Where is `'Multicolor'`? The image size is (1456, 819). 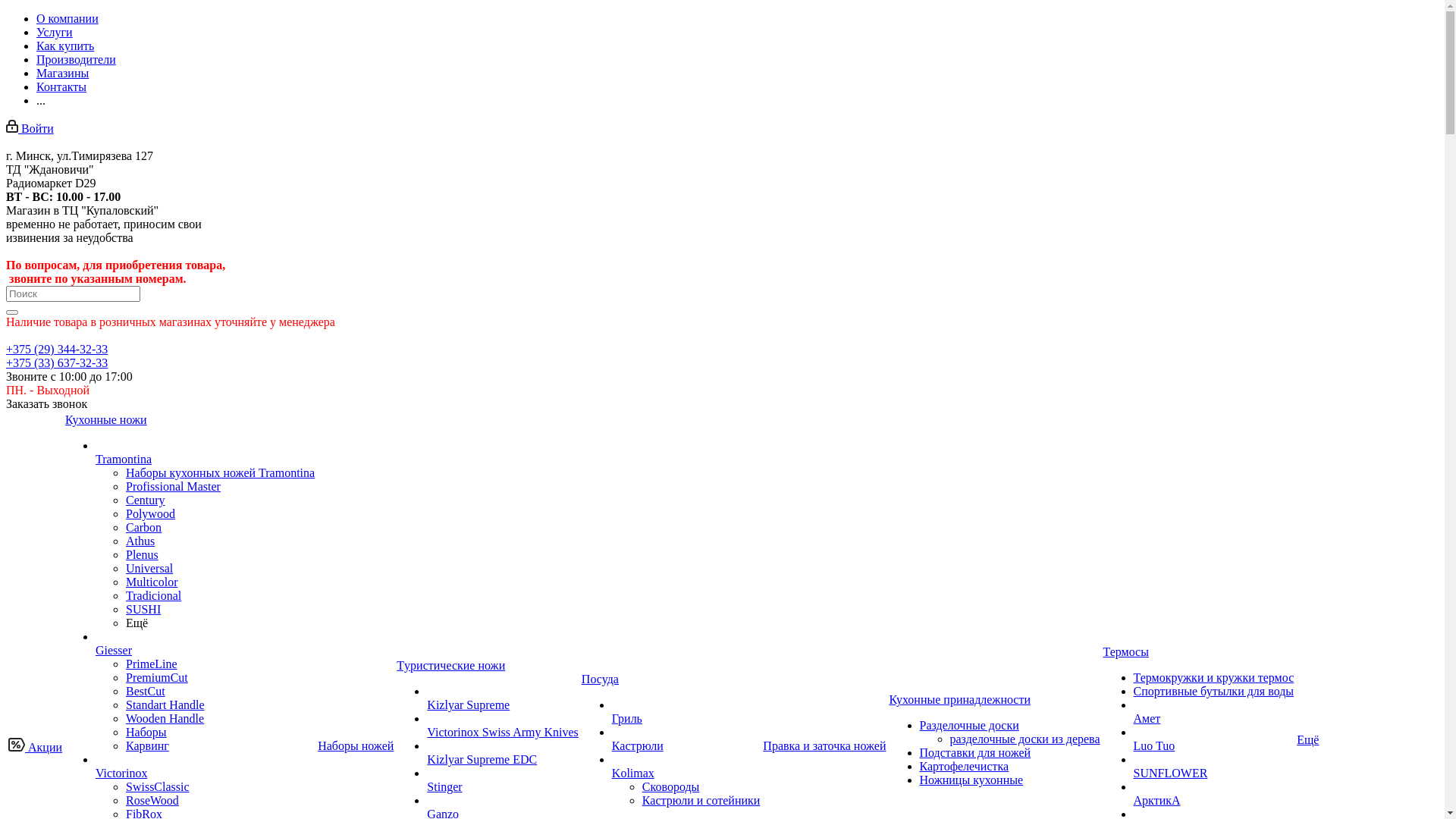
'Multicolor' is located at coordinates (152, 581).